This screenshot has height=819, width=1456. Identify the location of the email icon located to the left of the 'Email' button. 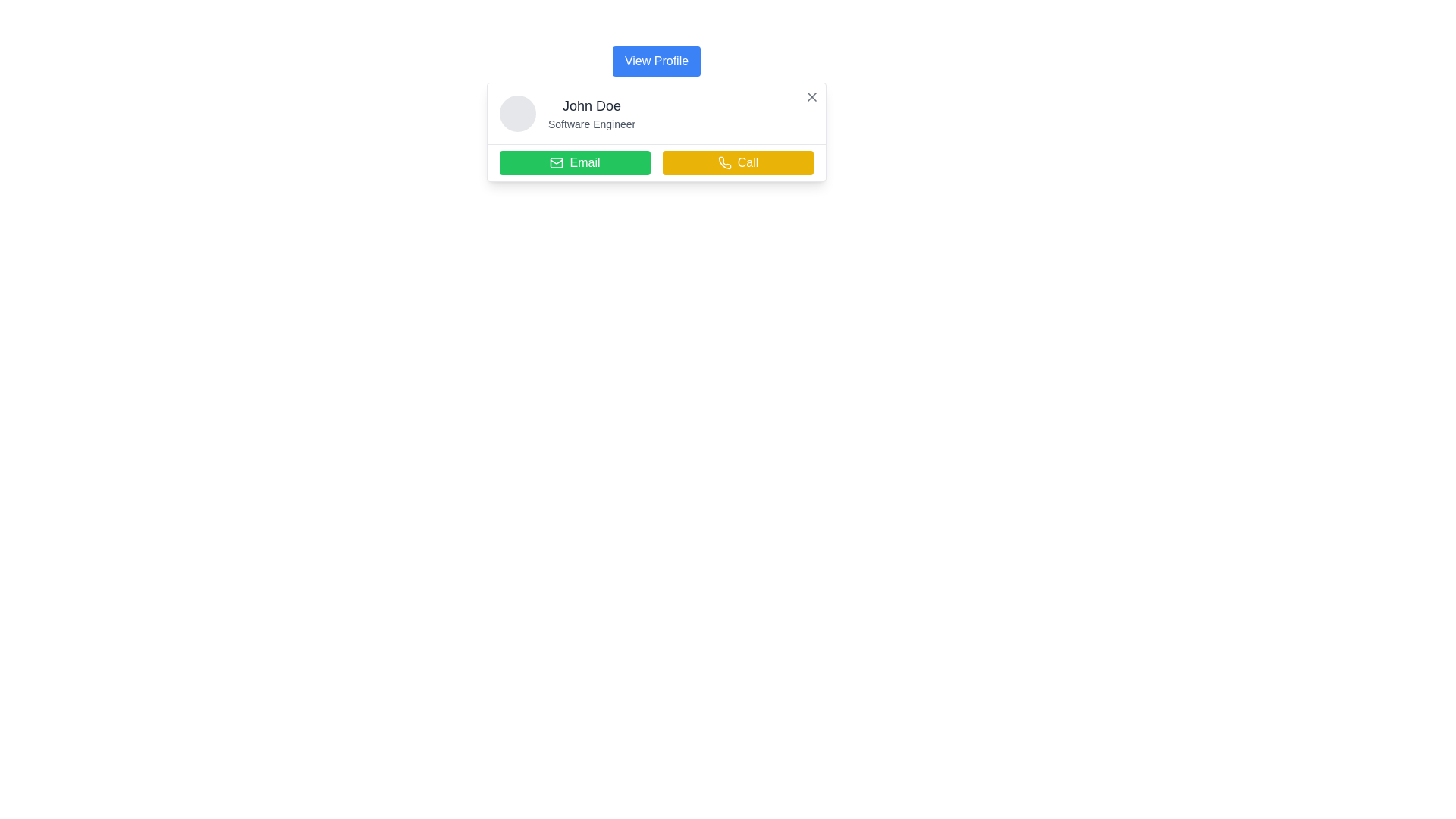
(556, 163).